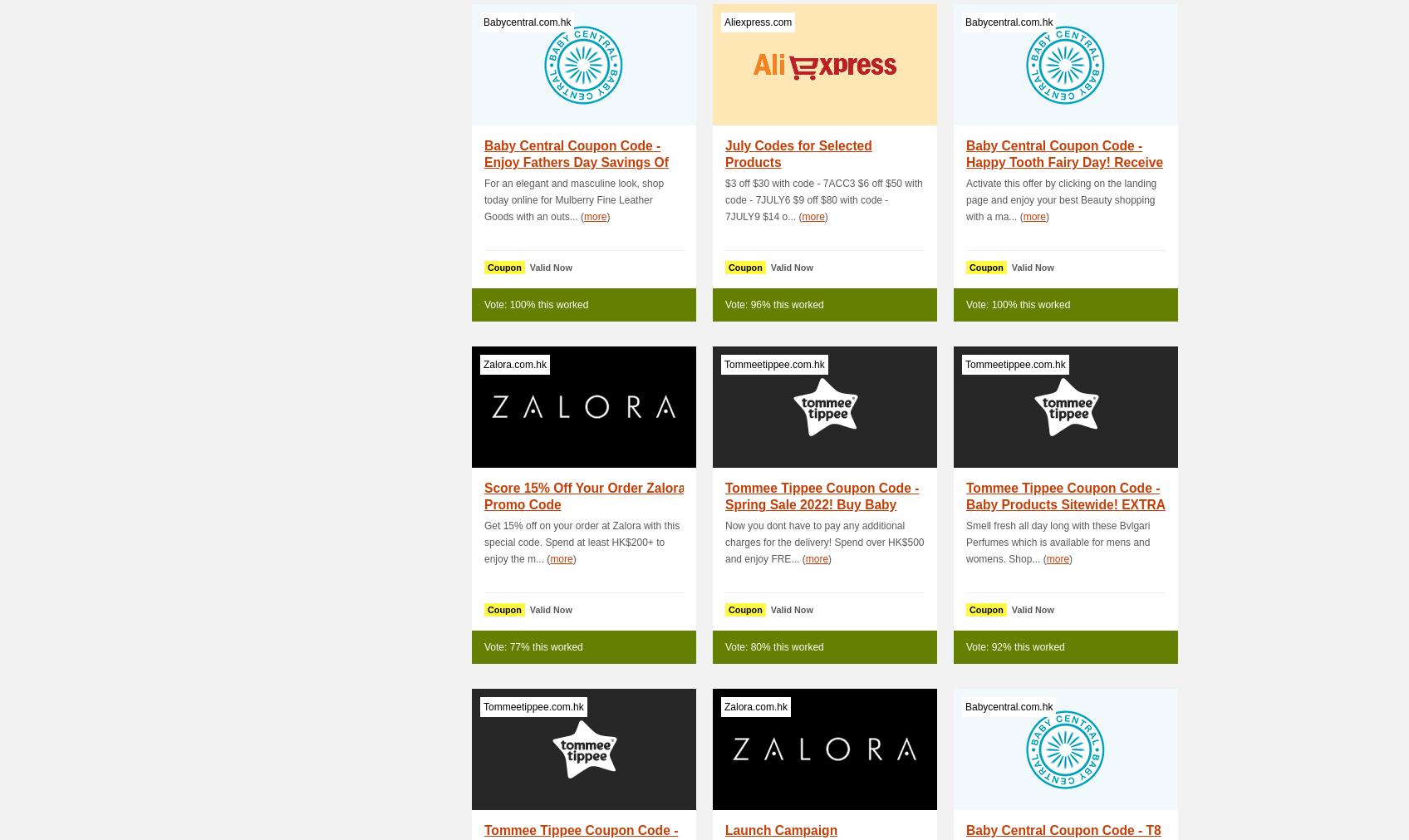 The height and width of the screenshot is (840, 1409). Describe the element at coordinates (1014, 646) in the screenshot. I see `'Vote: 92% this worked'` at that location.